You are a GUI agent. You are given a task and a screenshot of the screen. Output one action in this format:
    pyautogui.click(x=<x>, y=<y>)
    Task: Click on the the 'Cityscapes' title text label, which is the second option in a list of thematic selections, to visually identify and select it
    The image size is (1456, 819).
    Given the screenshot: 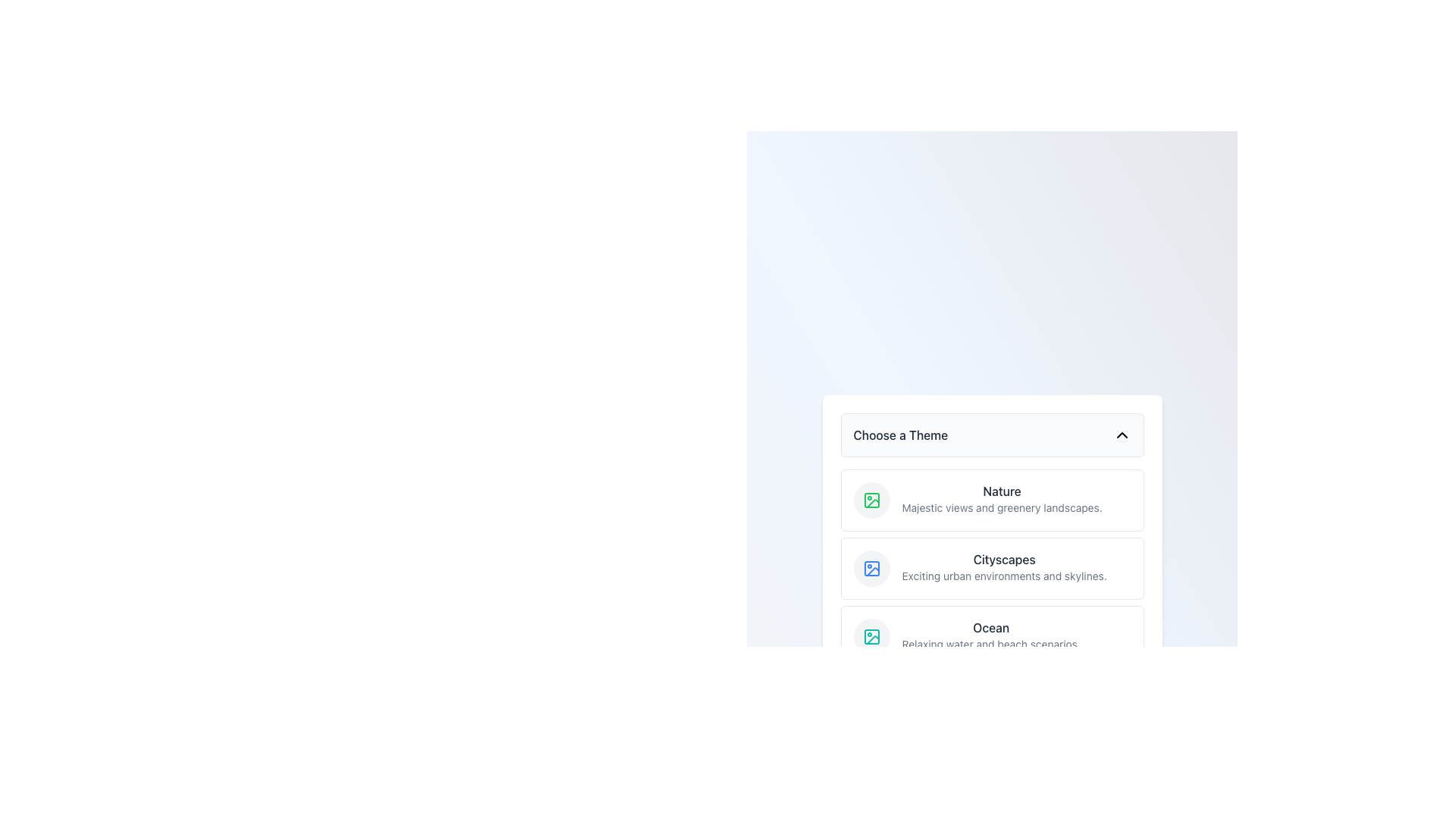 What is the action you would take?
    pyautogui.click(x=1004, y=559)
    